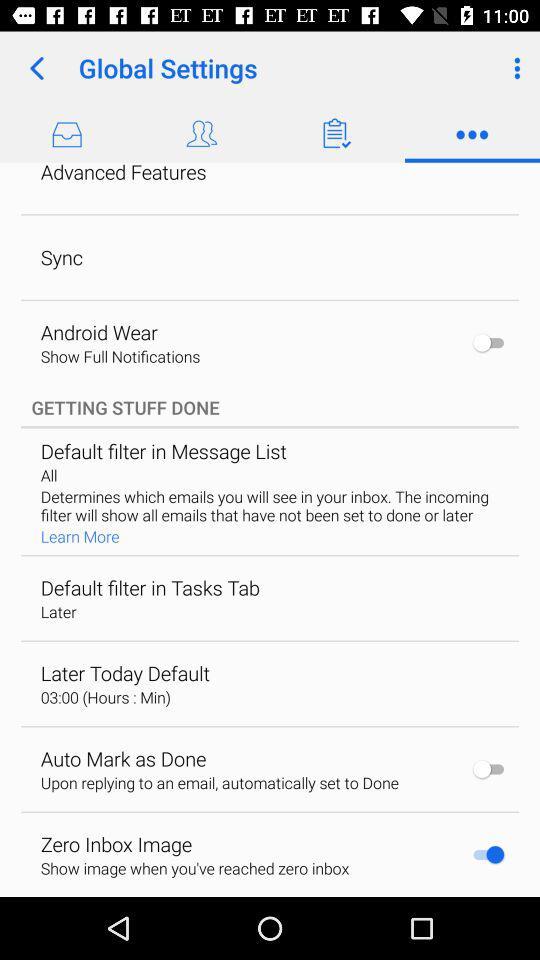  What do you see at coordinates (61, 256) in the screenshot?
I see `the sync` at bounding box center [61, 256].